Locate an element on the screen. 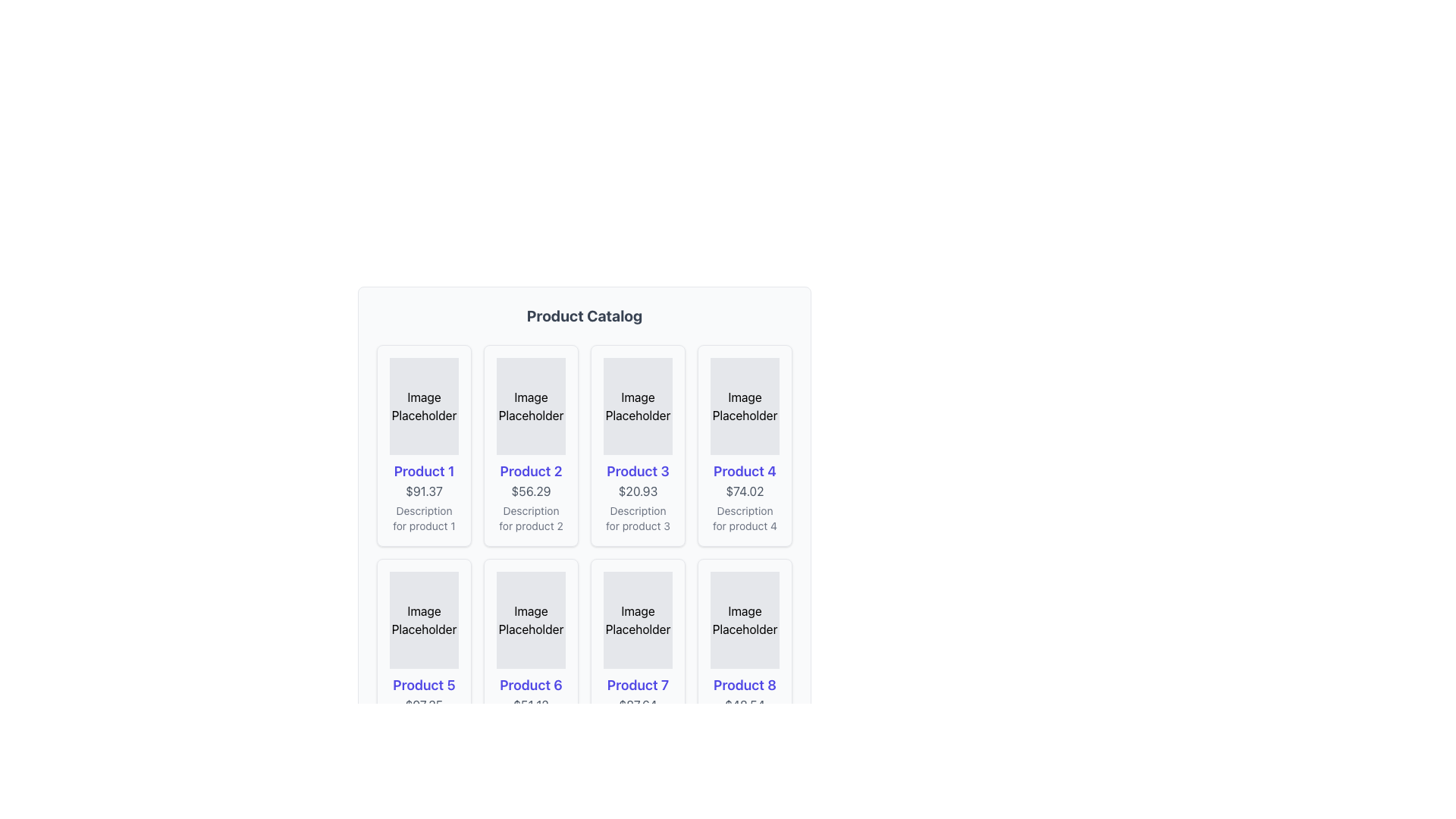 Image resolution: width=1456 pixels, height=819 pixels. the Product card that represents a specific product in the catalog, located in the third position of the first row within a 4-column grid layout is located at coordinates (638, 444).